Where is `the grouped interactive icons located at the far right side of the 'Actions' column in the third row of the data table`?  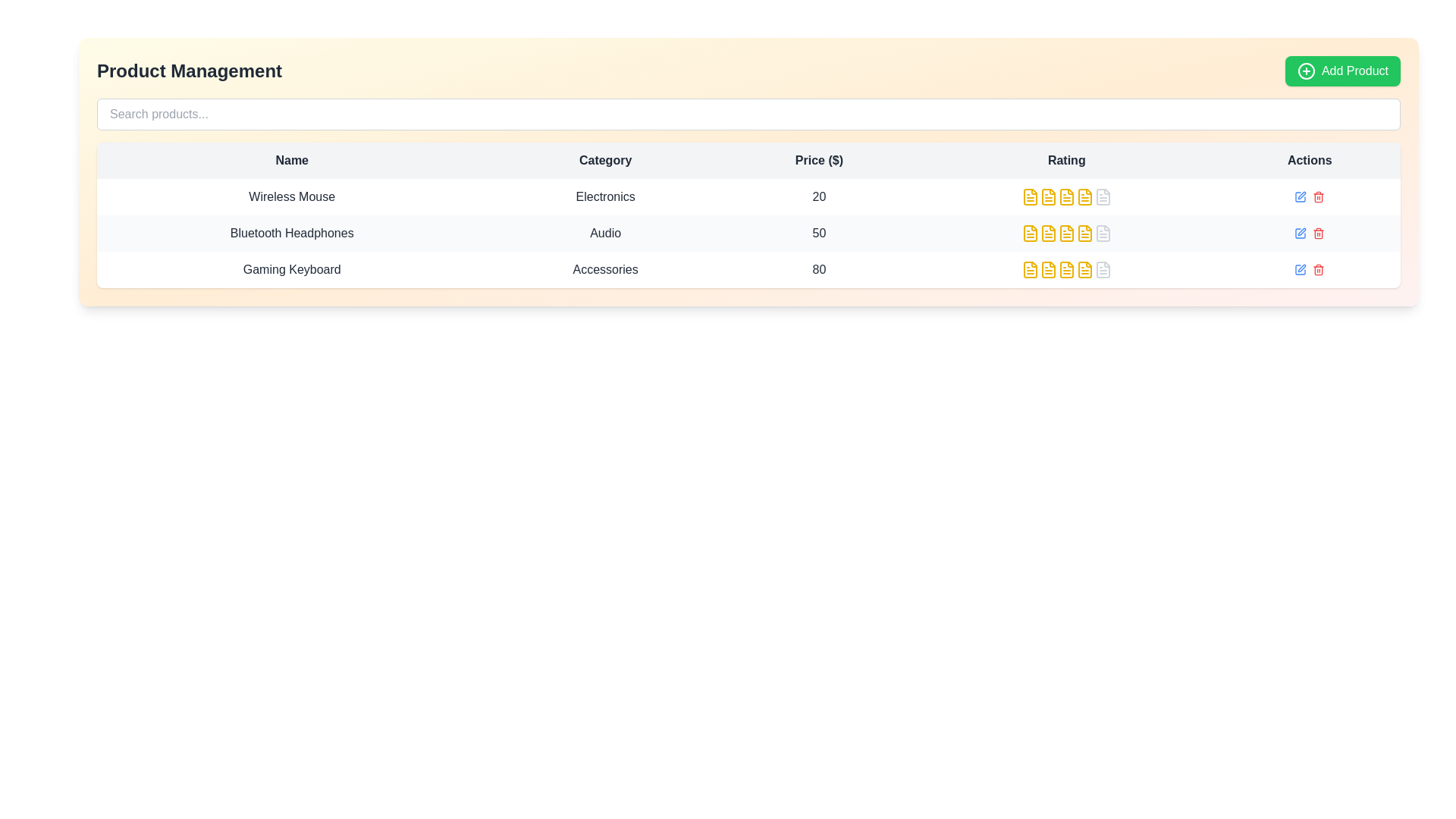 the grouped interactive icons located at the far right side of the 'Actions' column in the third row of the data table is located at coordinates (1309, 234).